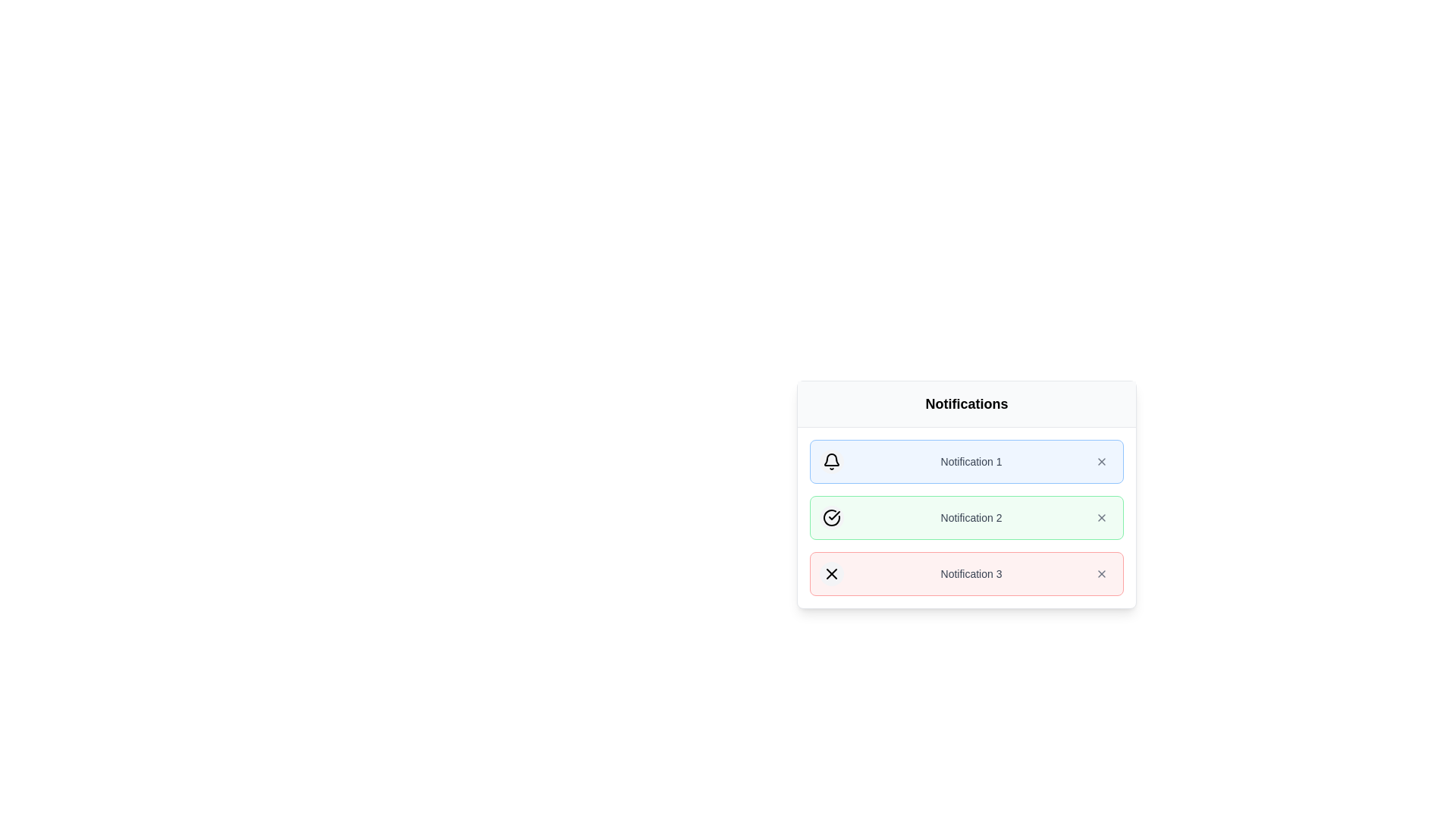 The height and width of the screenshot is (819, 1456). I want to click on the text label displaying 'Notification 1', which is styled in a small font size with gray coloring and is part of a vertically stacked list of notification entries, so click(971, 461).